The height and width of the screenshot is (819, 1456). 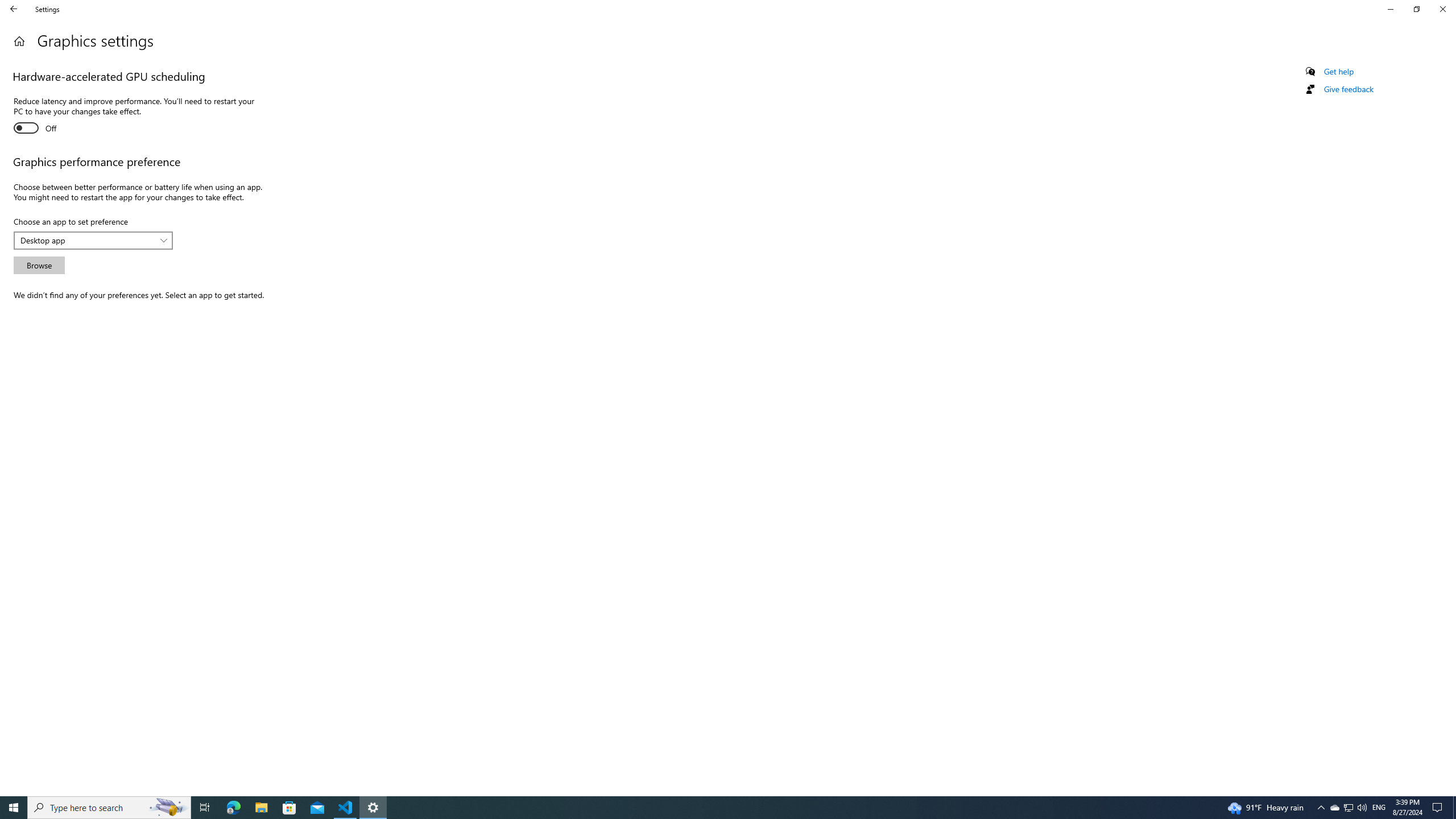 What do you see at coordinates (14, 9) in the screenshot?
I see `'Back'` at bounding box center [14, 9].